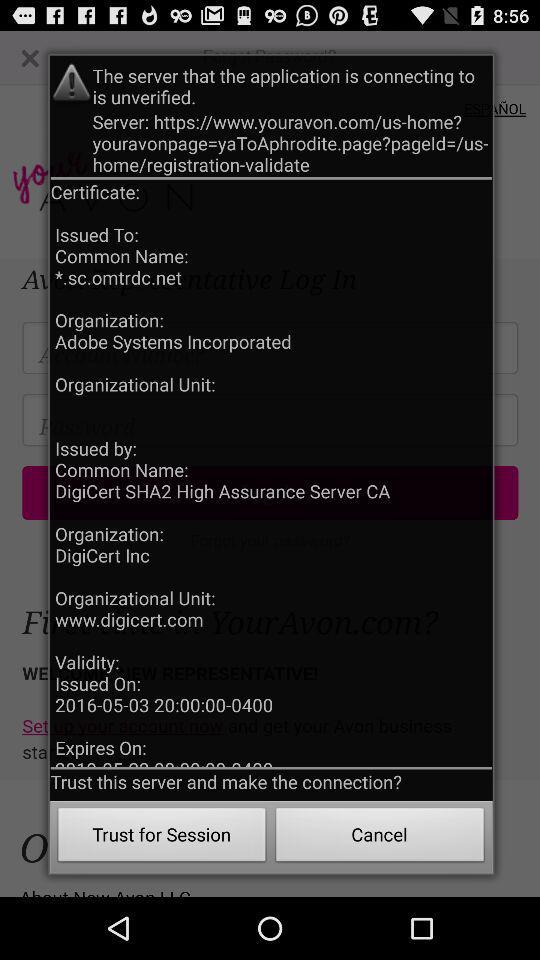 Image resolution: width=540 pixels, height=960 pixels. What do you see at coordinates (380, 837) in the screenshot?
I see `the cancel` at bounding box center [380, 837].